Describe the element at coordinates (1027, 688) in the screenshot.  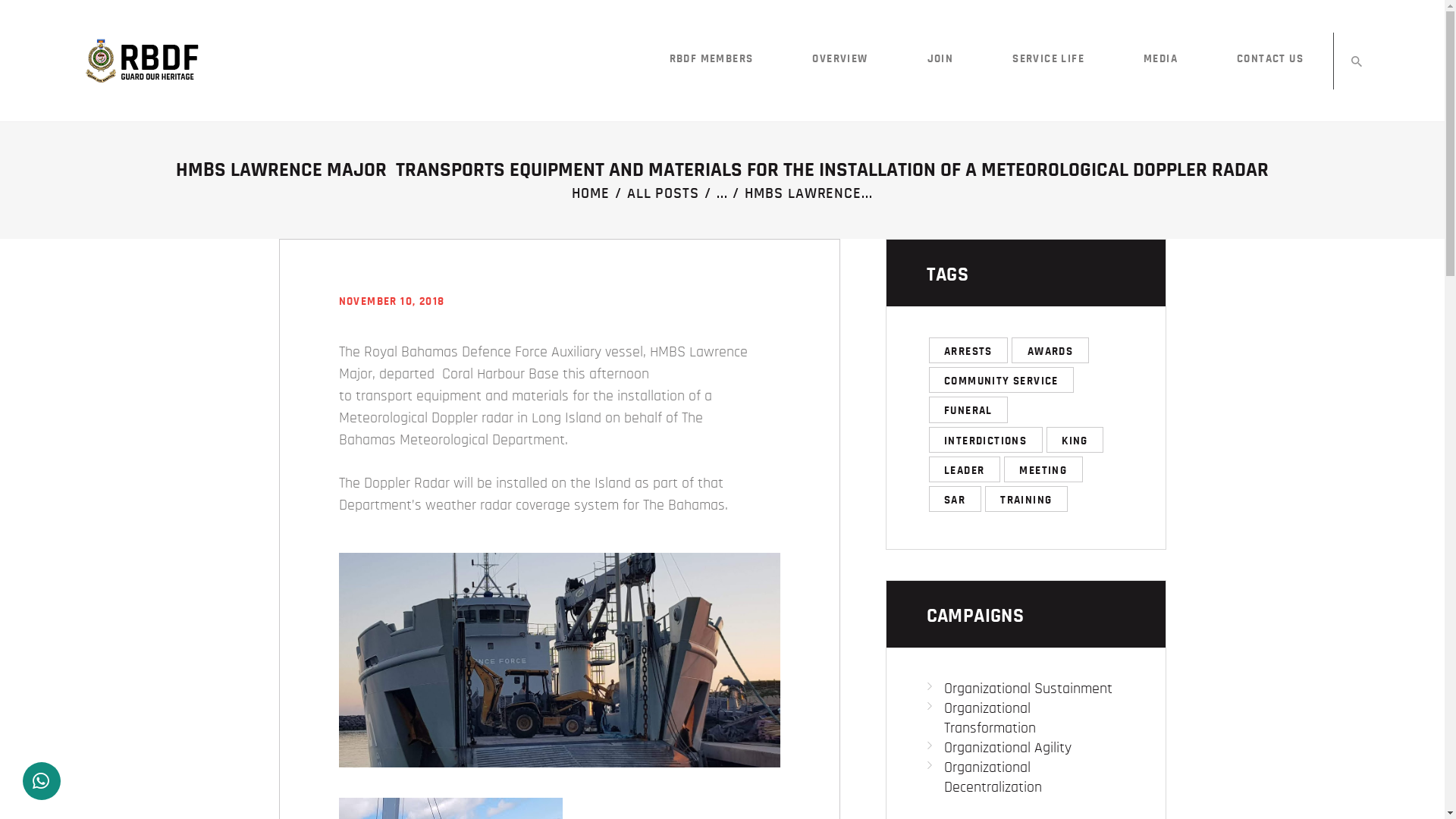
I see `'Organizational Sustainment'` at that location.